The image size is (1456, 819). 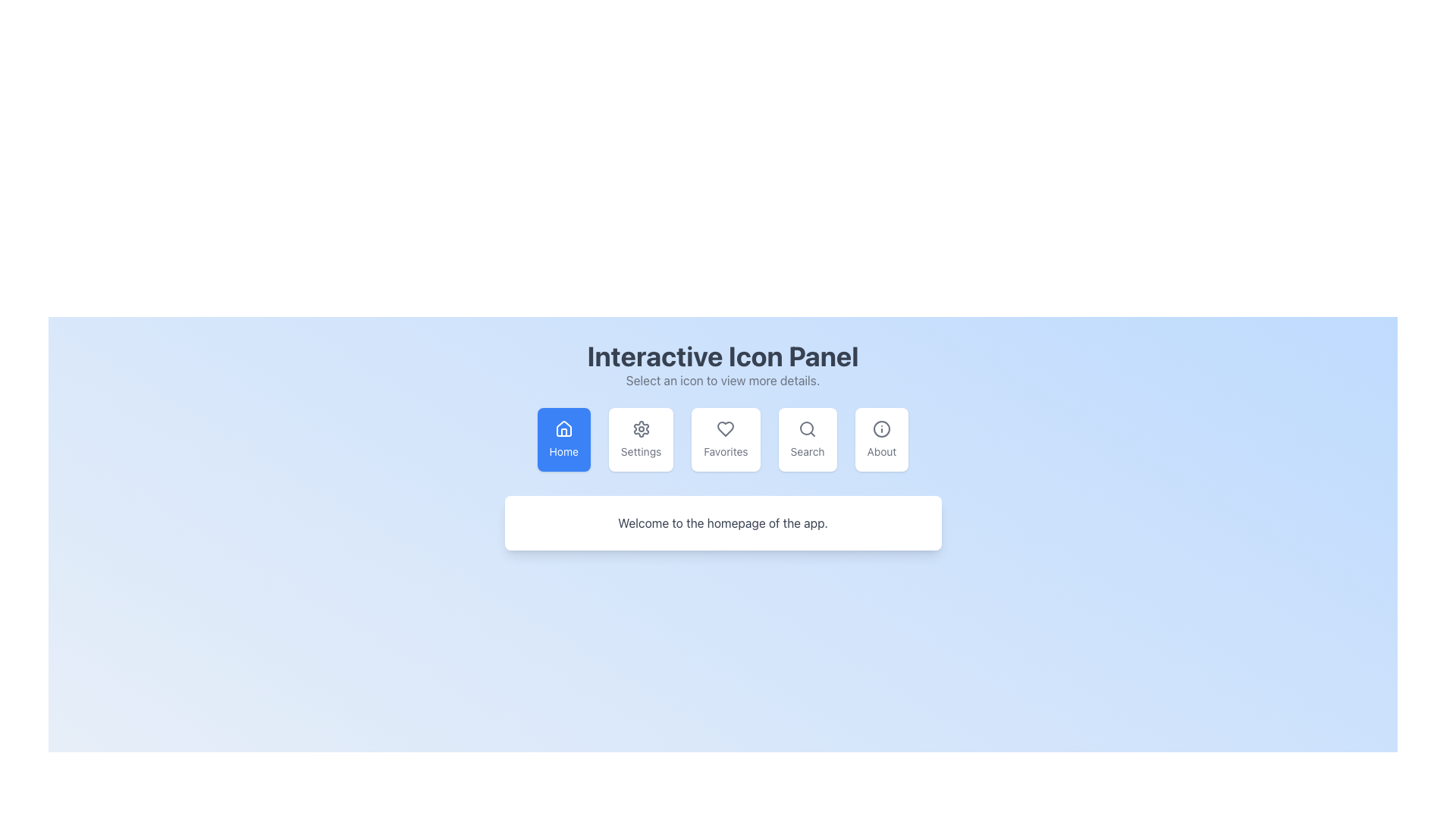 What do you see at coordinates (641, 451) in the screenshot?
I see `the 'Settings' text label located centrally below the gear-shaped icon in the second button from the left in the interactive panel of icons` at bounding box center [641, 451].